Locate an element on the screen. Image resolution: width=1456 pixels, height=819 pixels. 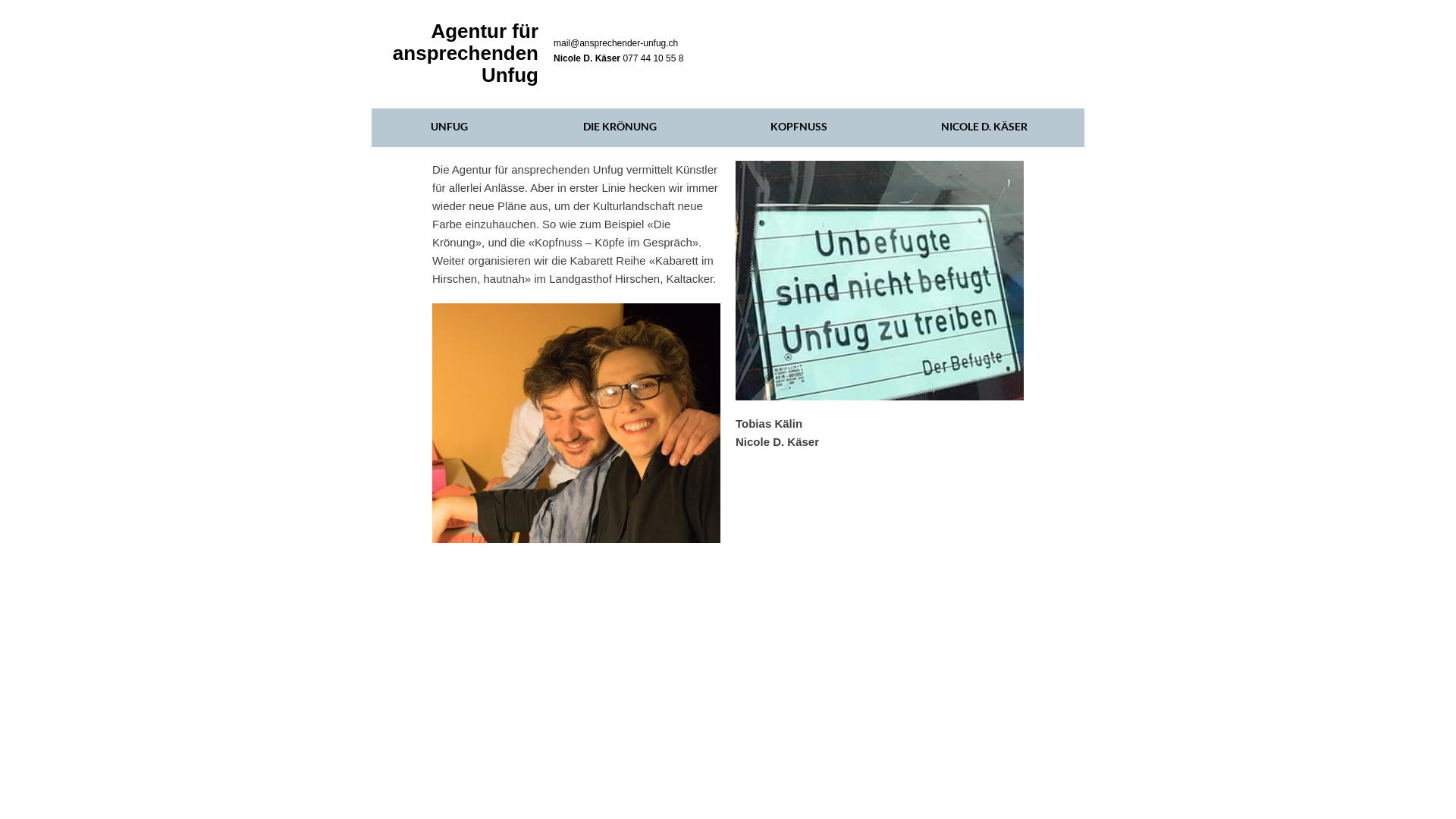
'mail@ansprechender-unfug.ch' is located at coordinates (615, 42).